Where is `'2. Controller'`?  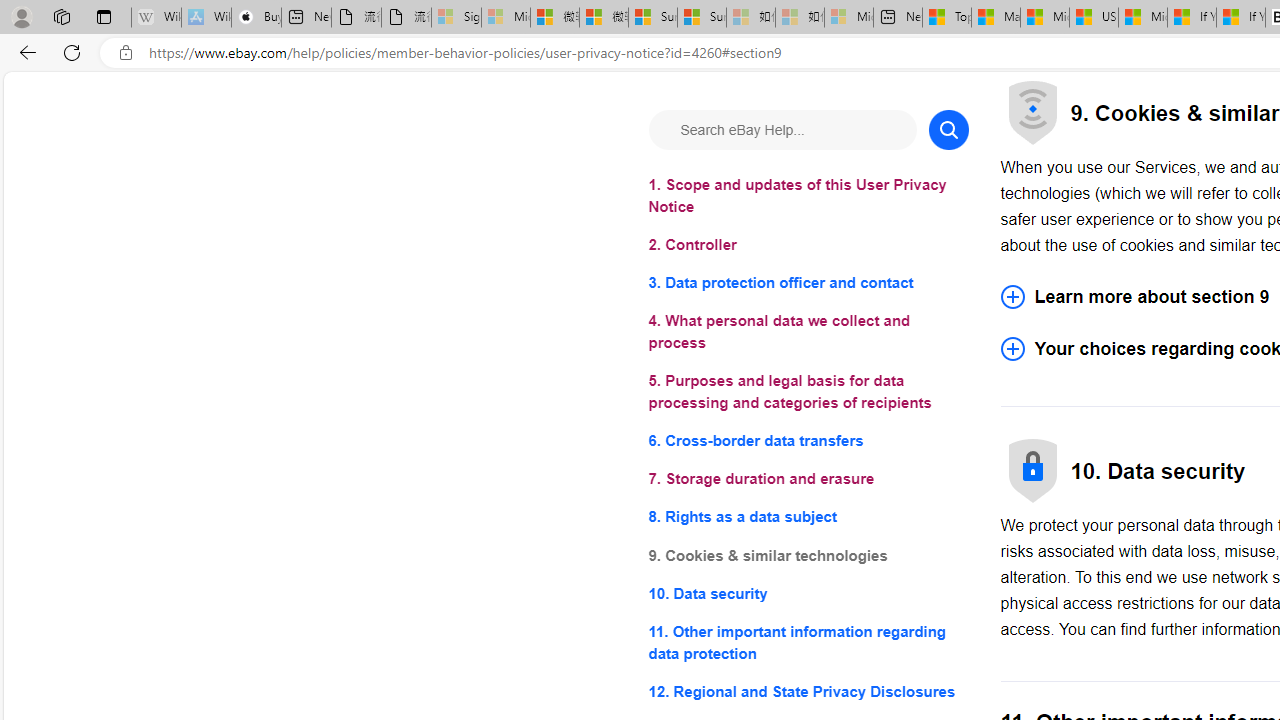 '2. Controller' is located at coordinates (808, 244).